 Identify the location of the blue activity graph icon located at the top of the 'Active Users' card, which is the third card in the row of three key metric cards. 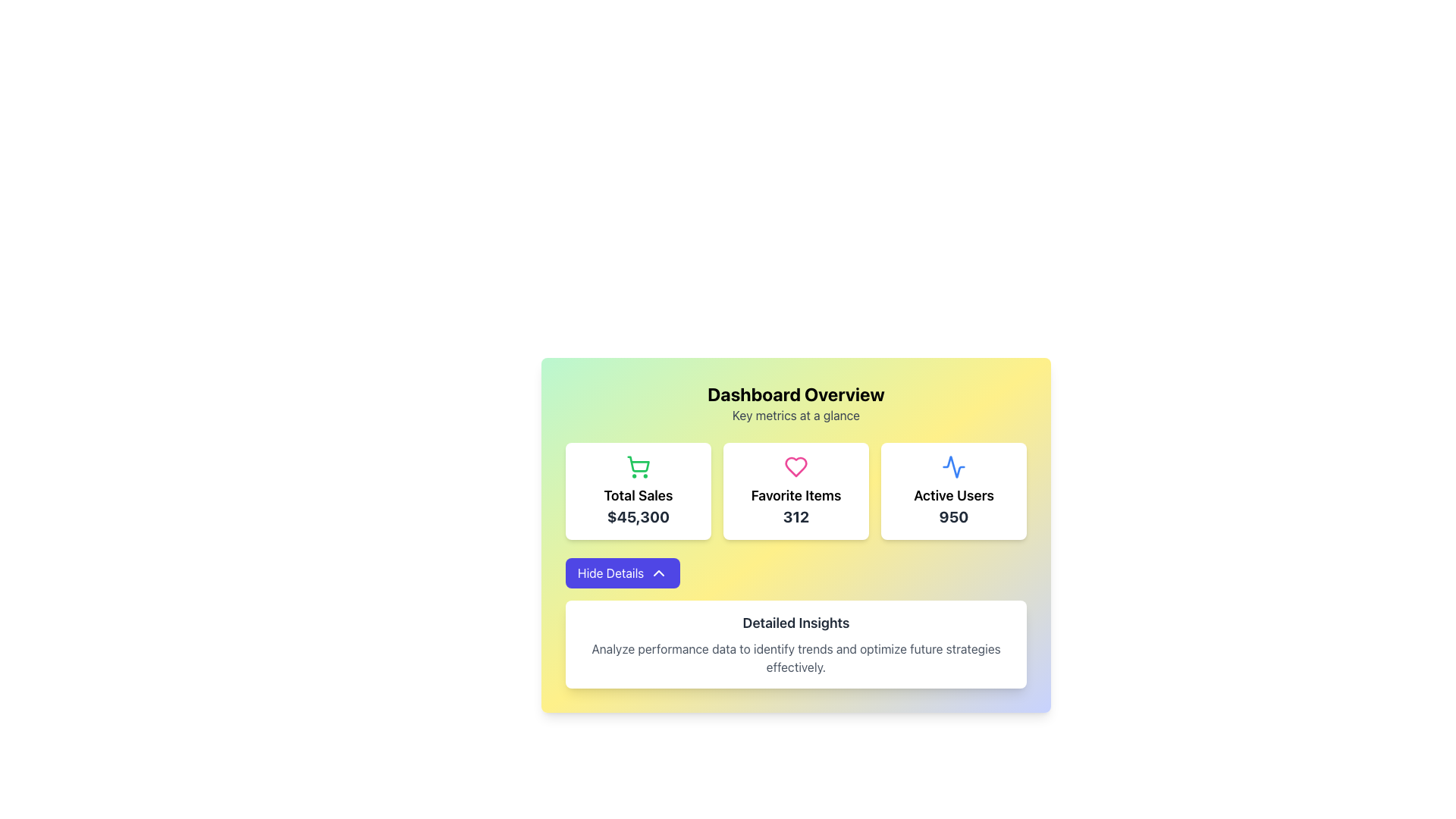
(952, 466).